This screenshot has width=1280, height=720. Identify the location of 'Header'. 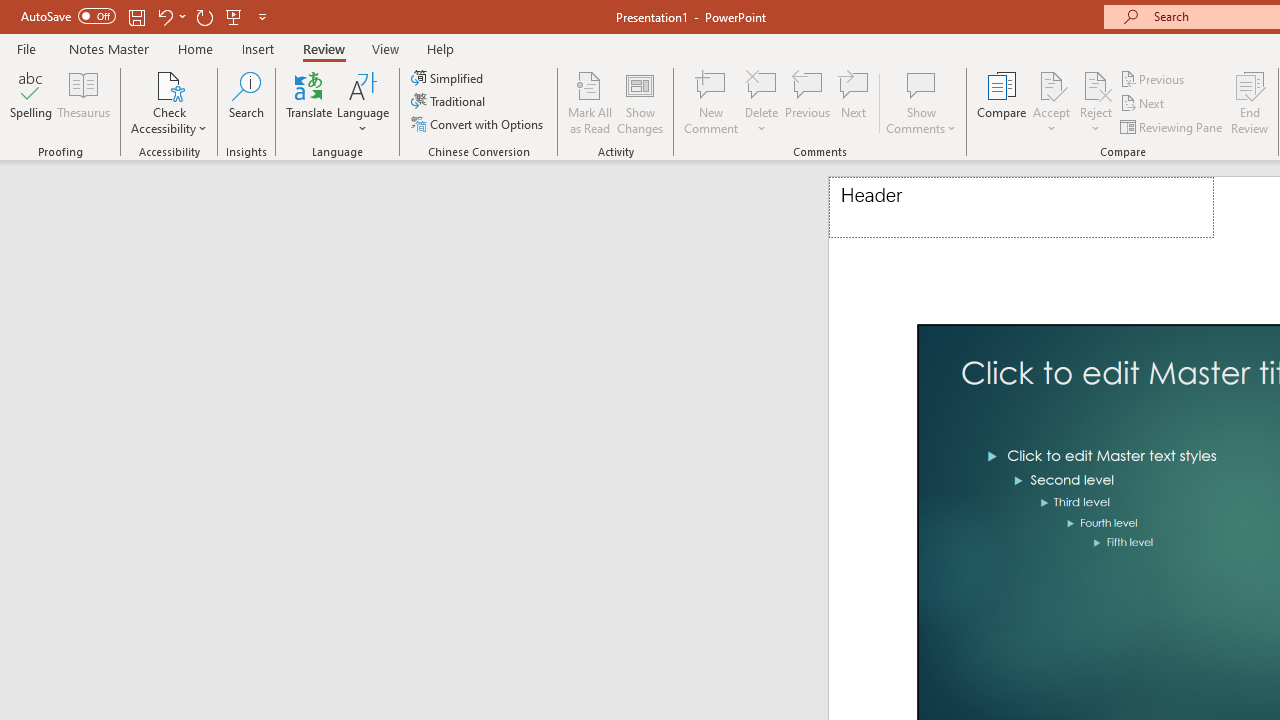
(1021, 207).